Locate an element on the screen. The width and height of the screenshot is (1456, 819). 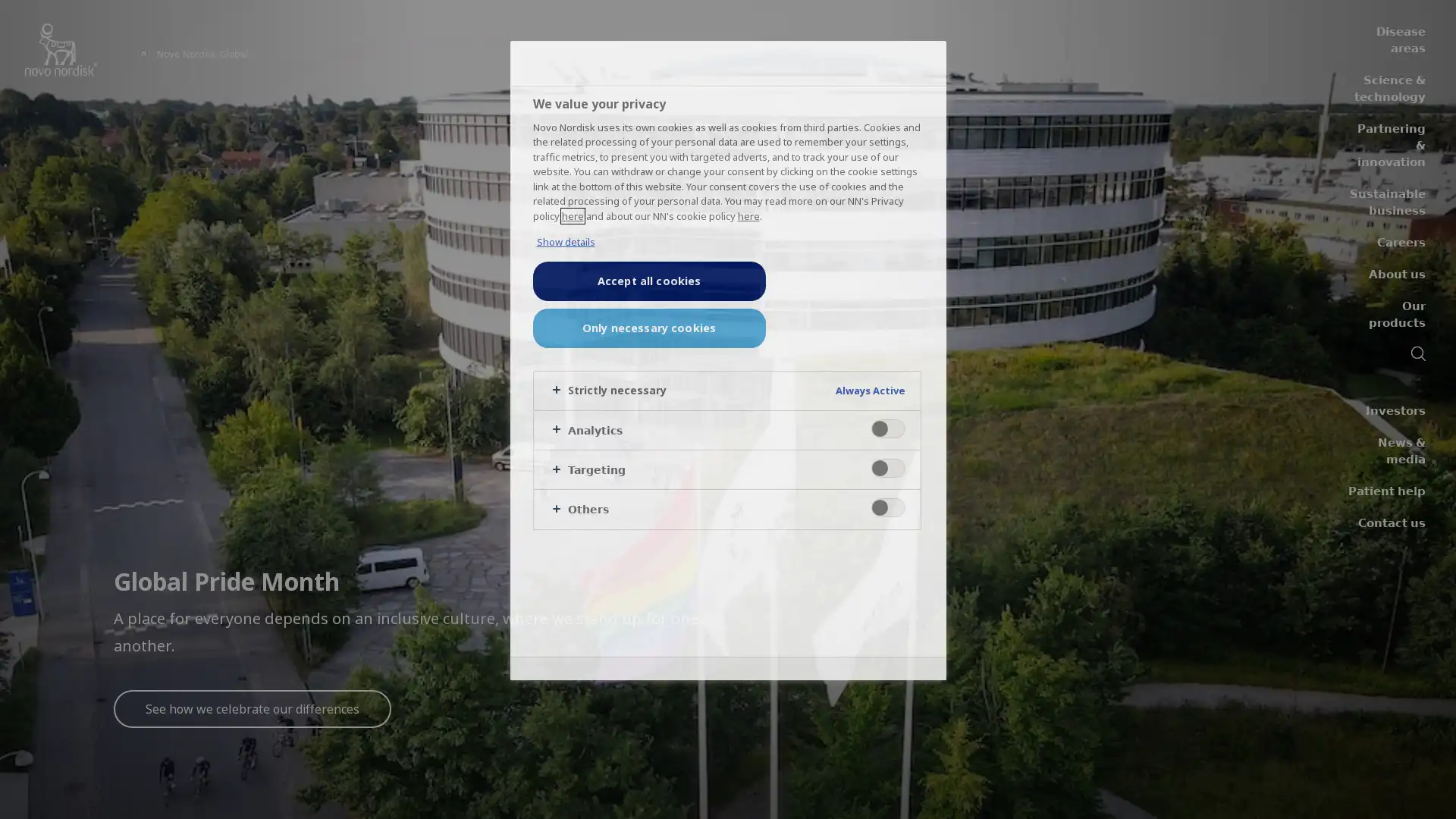
Search icon navigation is located at coordinates (1417, 303).